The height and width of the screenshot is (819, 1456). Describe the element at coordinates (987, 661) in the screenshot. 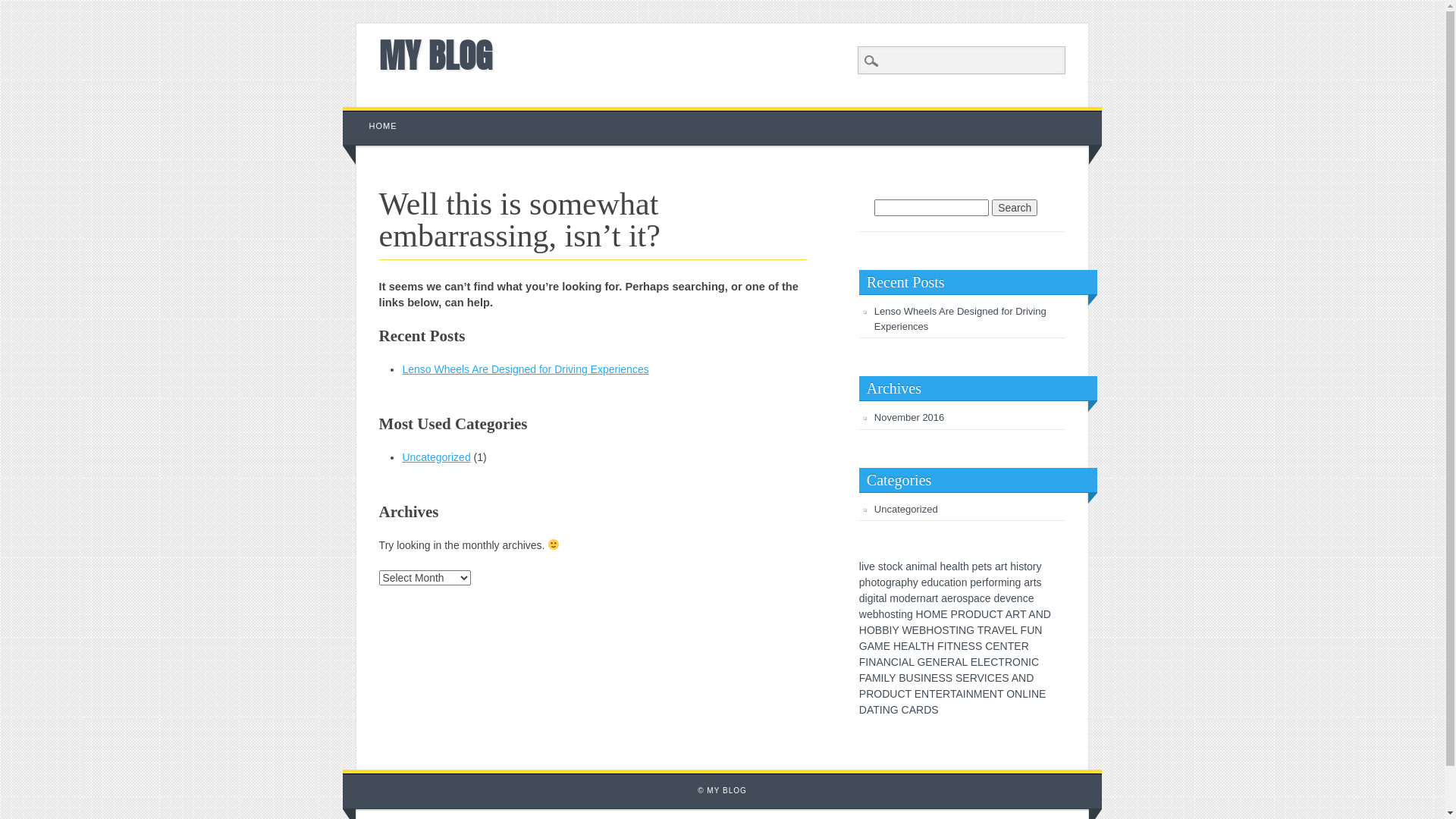

I see `'E'` at that location.